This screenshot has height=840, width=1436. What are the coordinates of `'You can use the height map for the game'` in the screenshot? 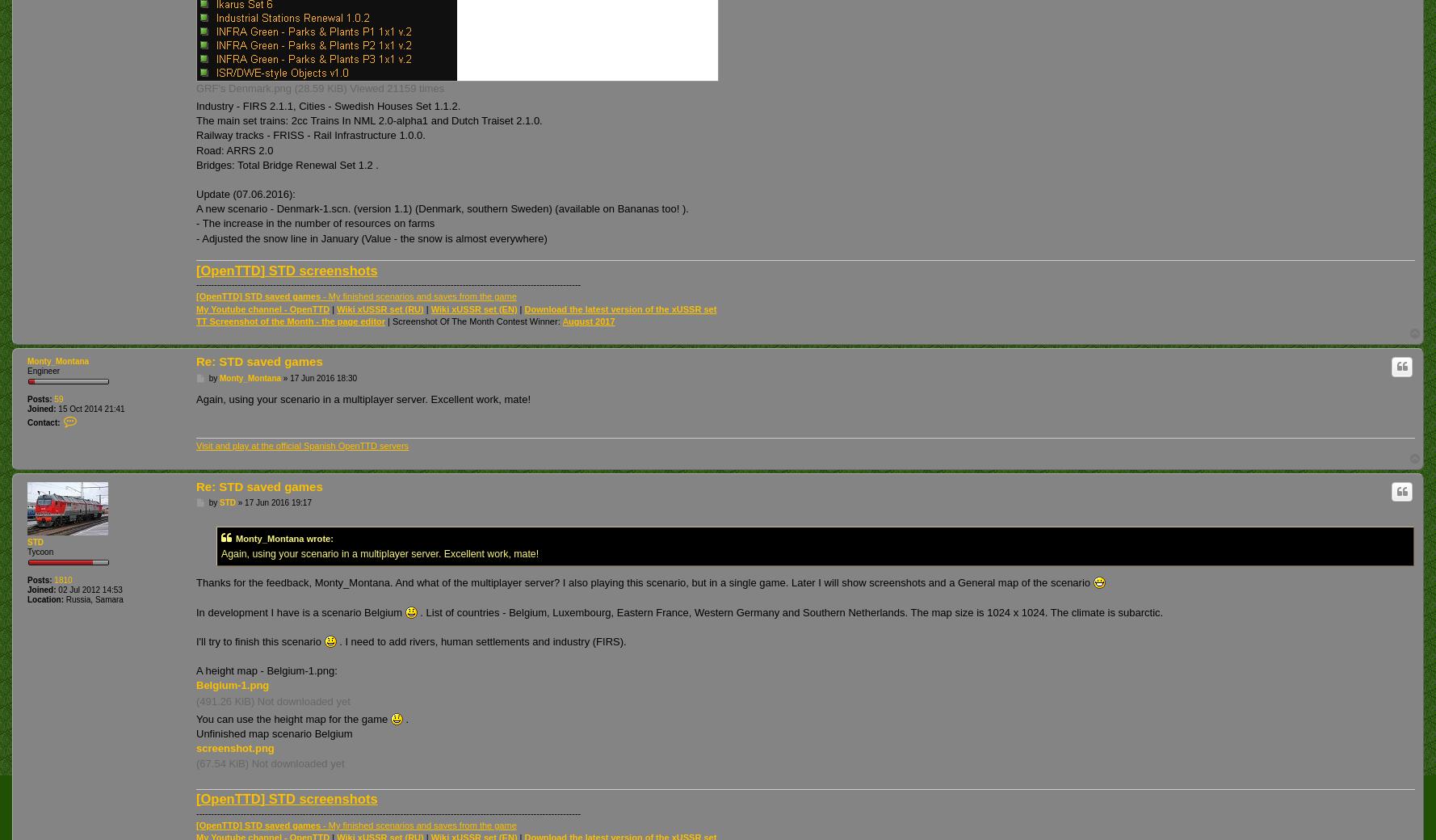 It's located at (292, 717).